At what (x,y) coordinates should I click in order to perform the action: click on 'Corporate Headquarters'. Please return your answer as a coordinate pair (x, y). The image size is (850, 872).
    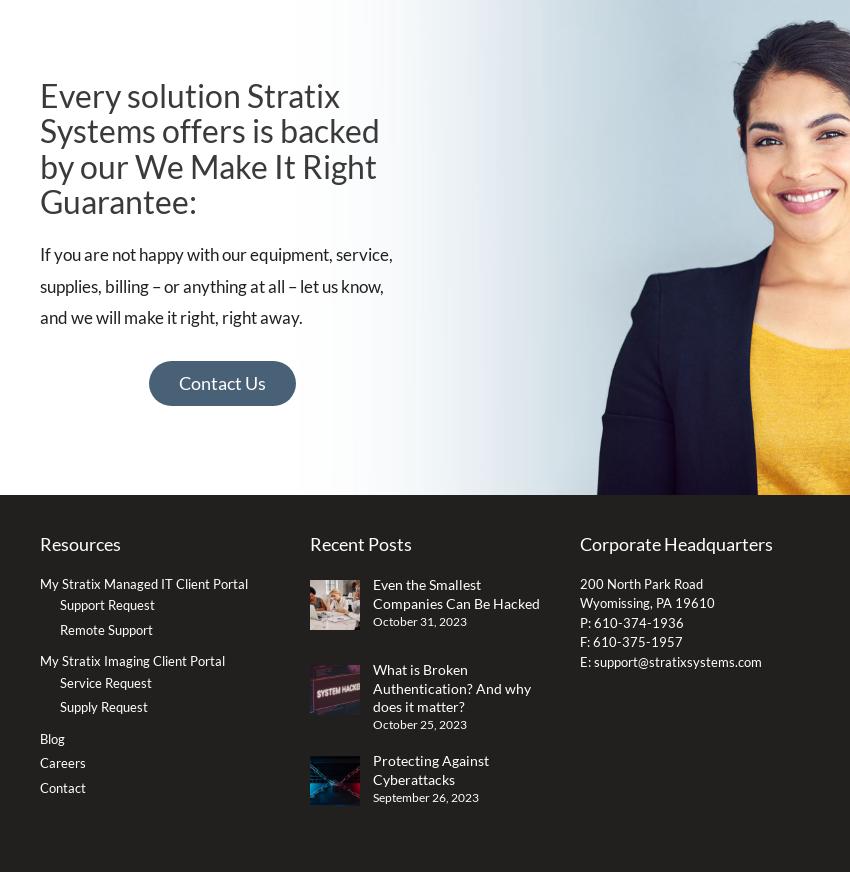
    Looking at the image, I should click on (675, 543).